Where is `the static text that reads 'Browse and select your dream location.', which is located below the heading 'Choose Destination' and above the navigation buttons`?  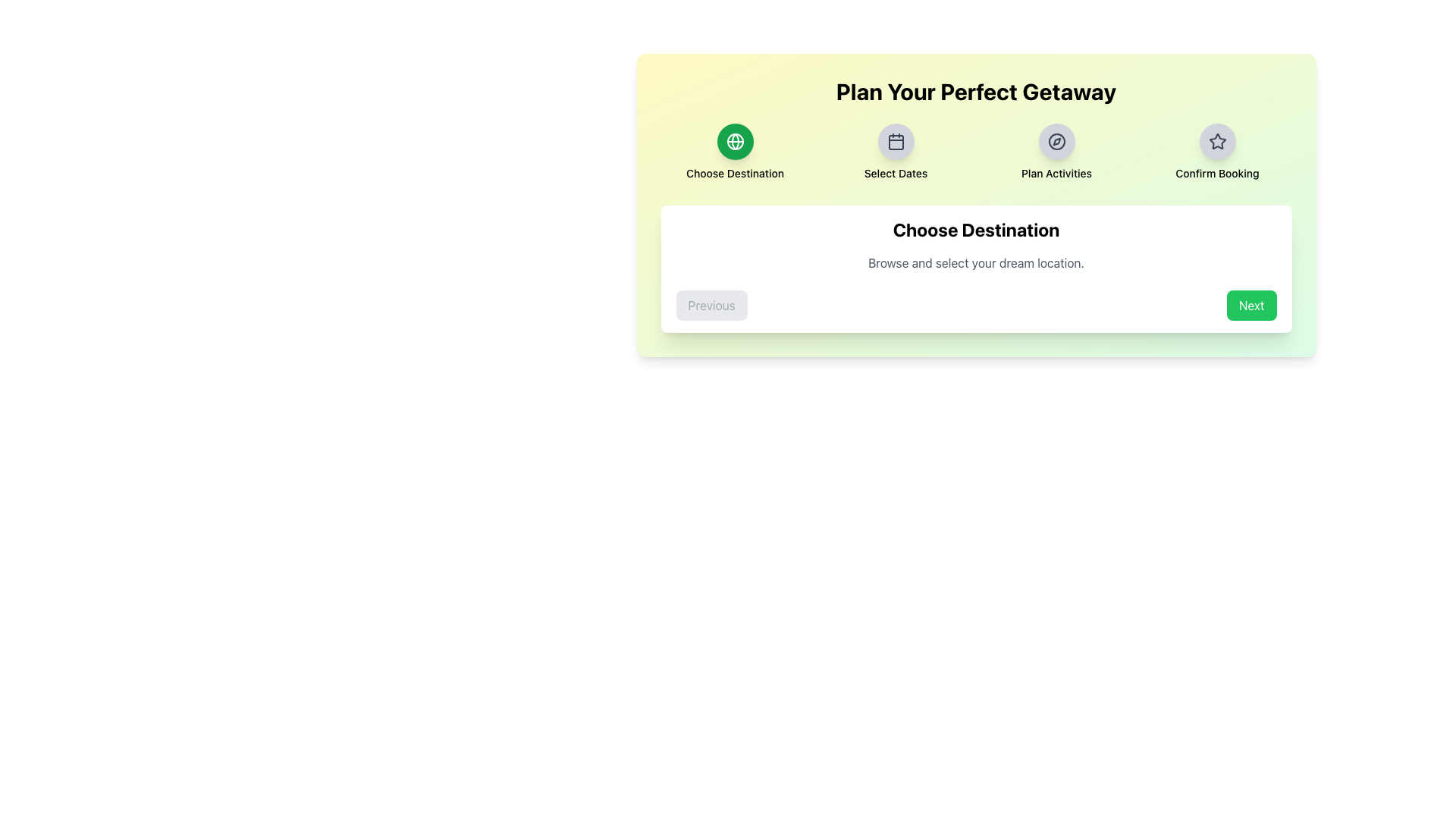 the static text that reads 'Browse and select your dream location.', which is located below the heading 'Choose Destination' and above the navigation buttons is located at coordinates (976, 262).